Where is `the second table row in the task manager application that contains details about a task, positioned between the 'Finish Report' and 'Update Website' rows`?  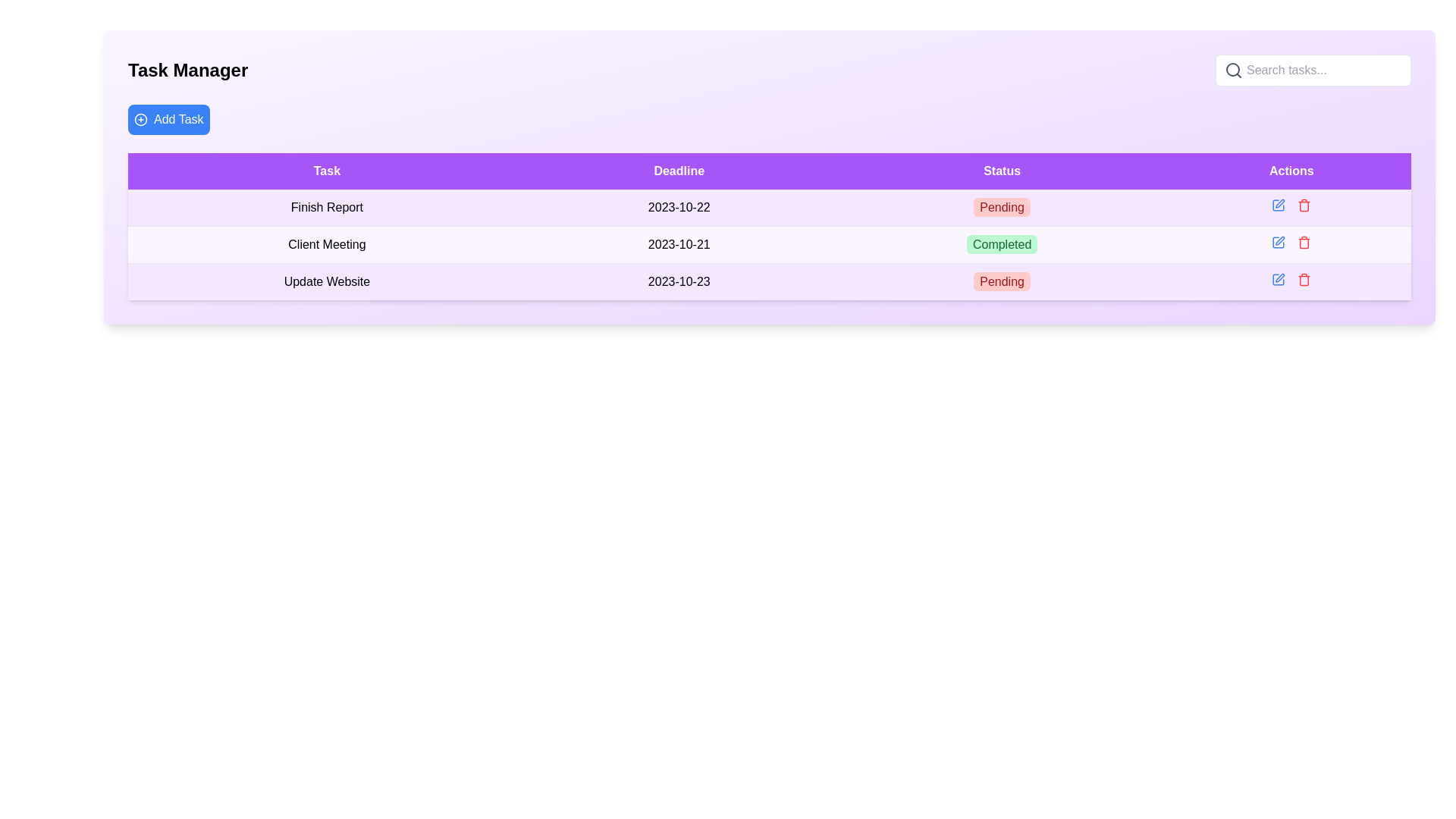
the second table row in the task manager application that contains details about a task, positioned between the 'Finish Report' and 'Update Website' rows is located at coordinates (769, 244).